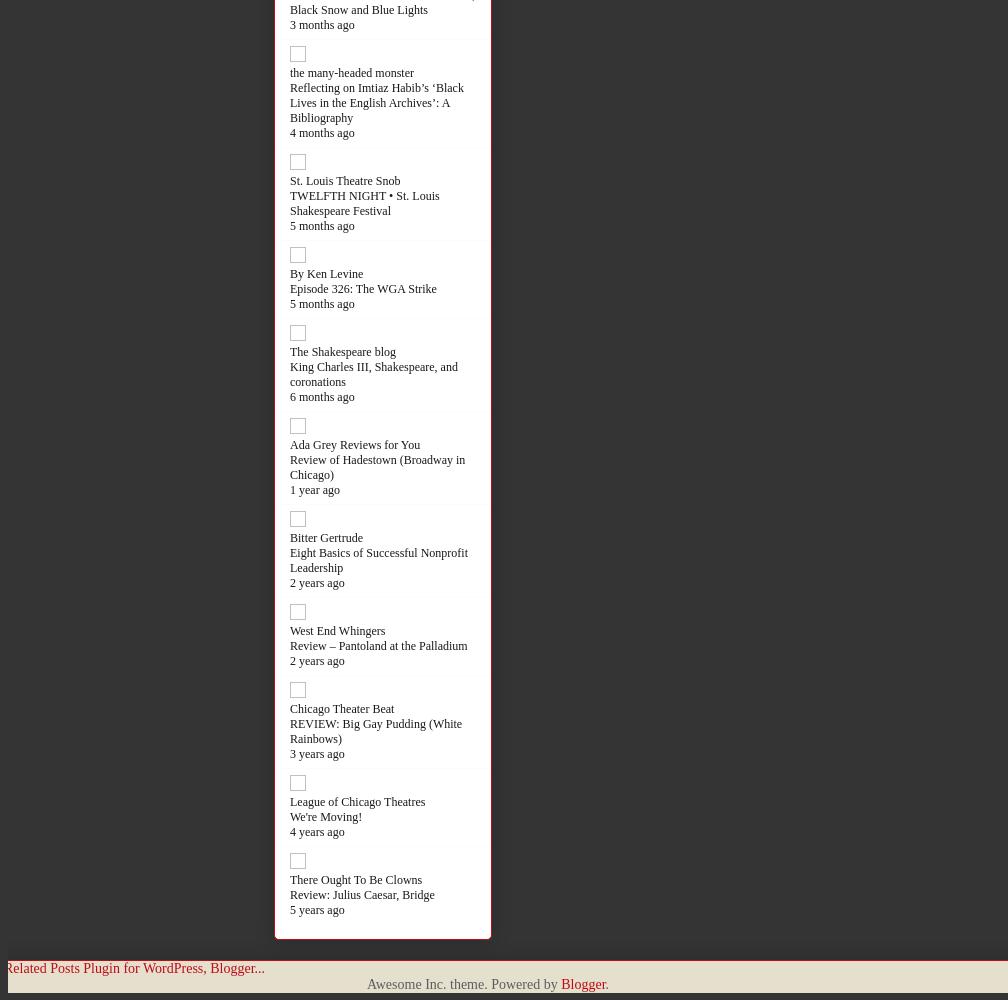  I want to click on 'Bitter Gertrude', so click(290, 537).